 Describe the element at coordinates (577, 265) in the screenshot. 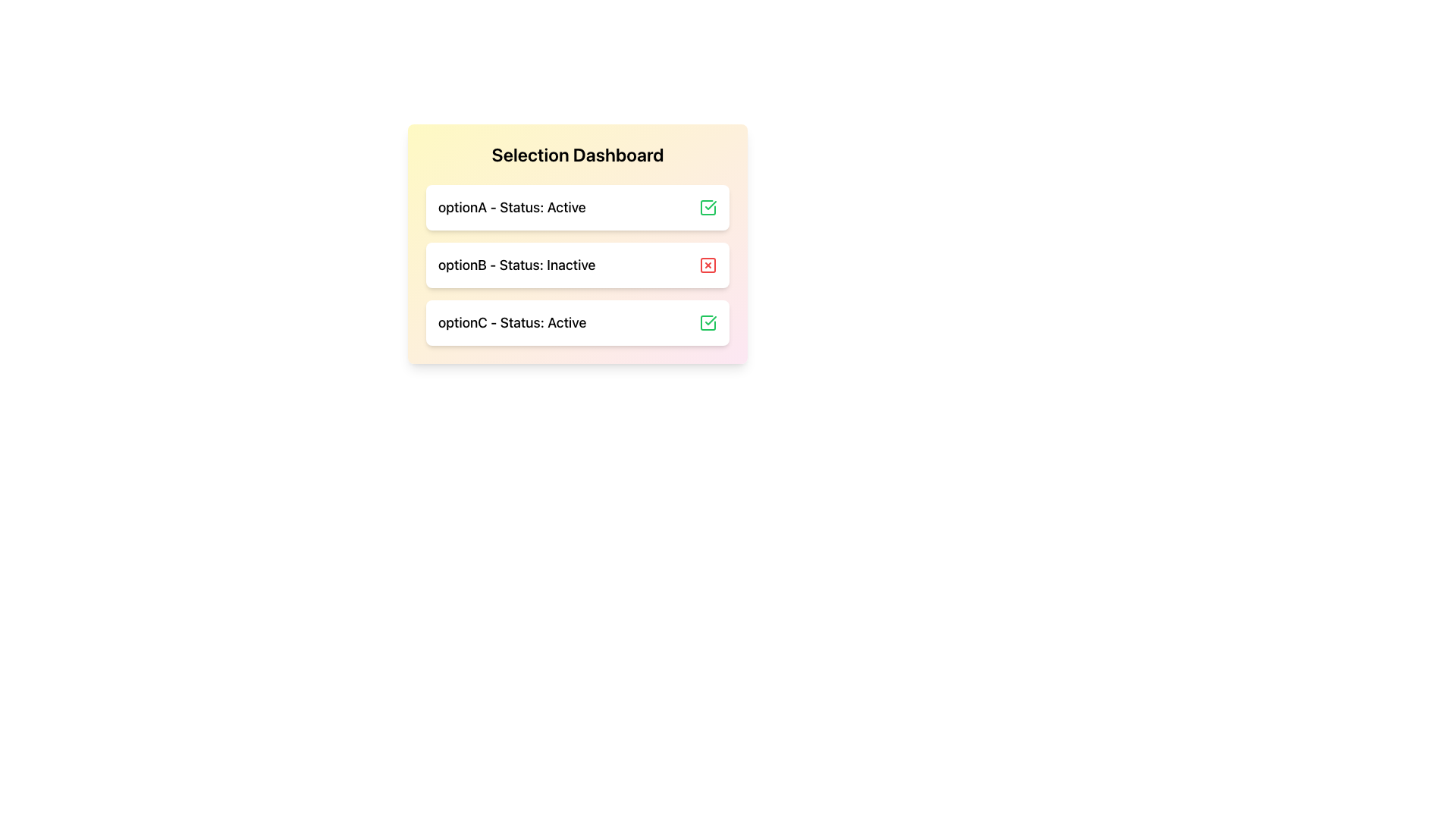

I see `the selection item labeled 'optionB' with status 'Inactive' to change its background. This element is the second item in a vertical list of three options` at that location.